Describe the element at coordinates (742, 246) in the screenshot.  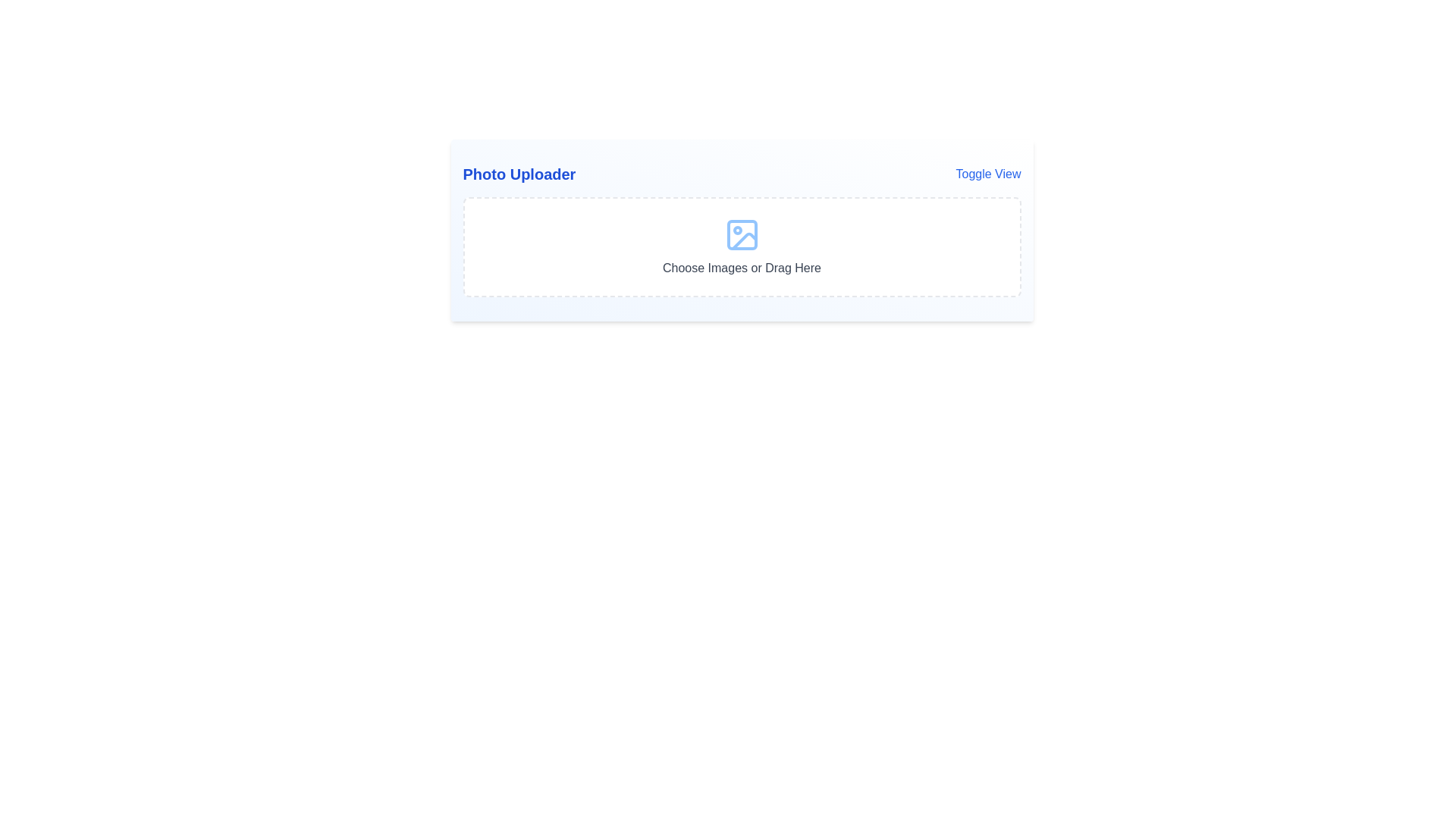
I see `the interactive area for image upload functionality located under the 'Photo Uploader' header` at that location.